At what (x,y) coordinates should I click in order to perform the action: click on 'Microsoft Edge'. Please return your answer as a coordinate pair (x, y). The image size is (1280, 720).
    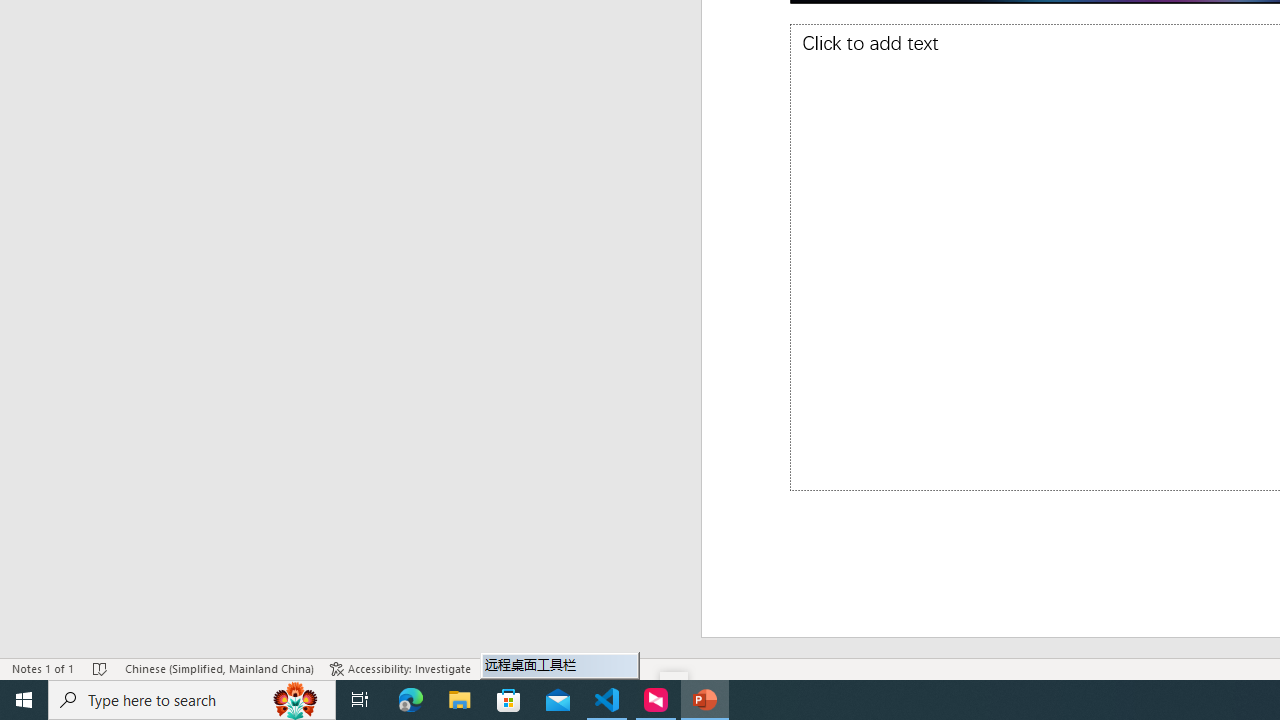
    Looking at the image, I should click on (410, 698).